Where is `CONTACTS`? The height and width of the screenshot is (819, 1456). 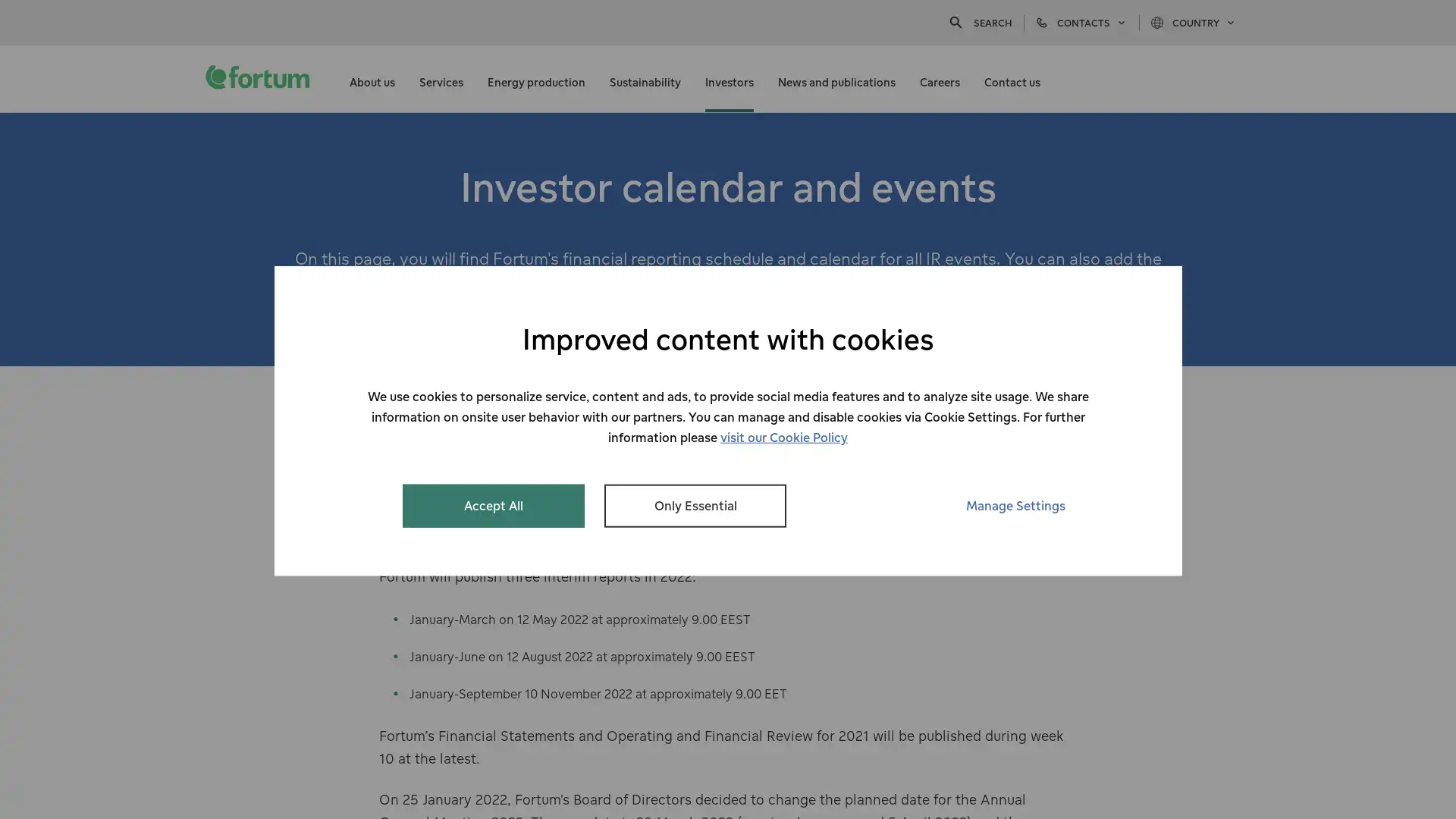 CONTACTS is located at coordinates (1080, 22).